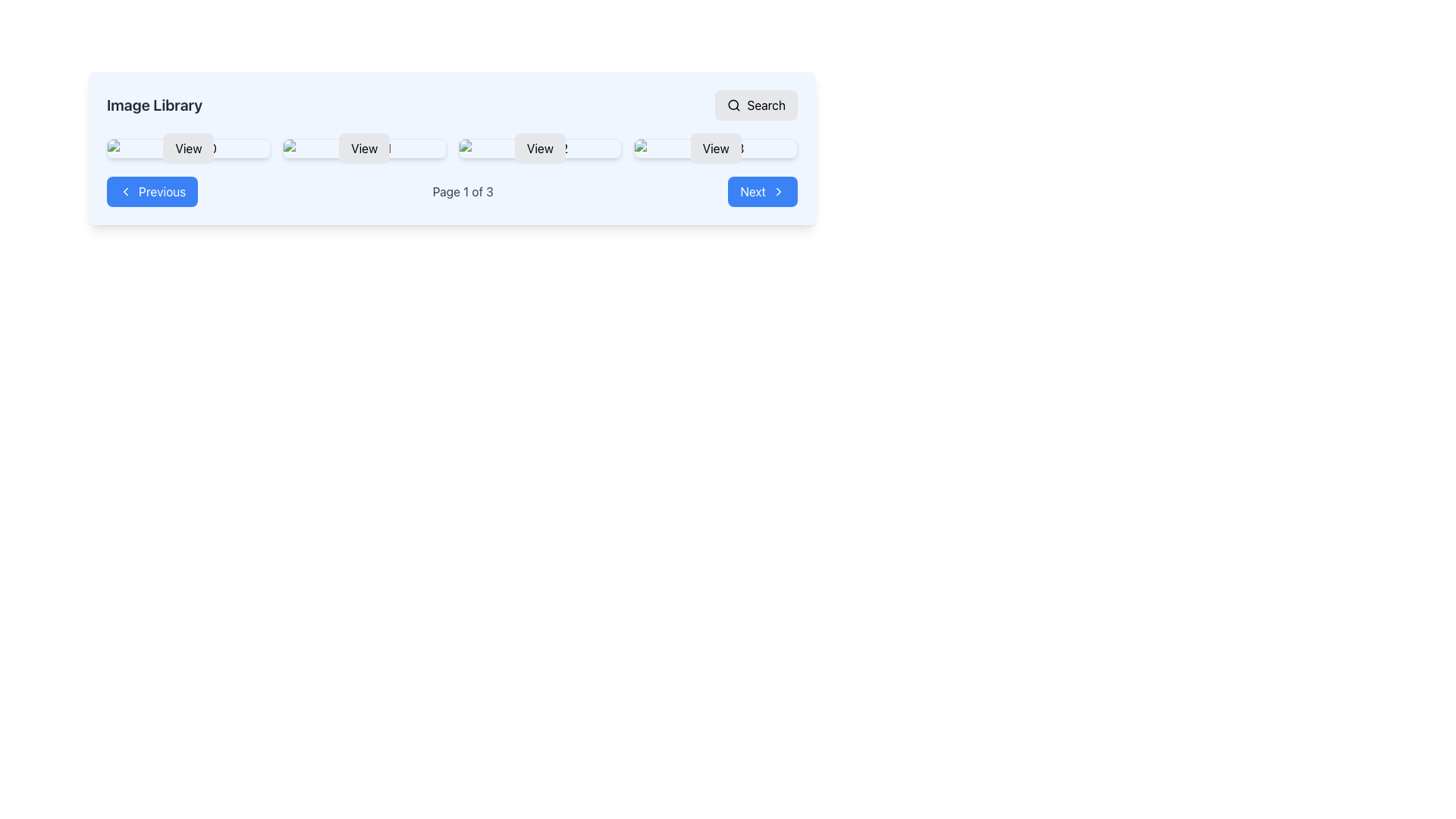 The width and height of the screenshot is (1456, 819). Describe the element at coordinates (451, 149) in the screenshot. I see `the 'View' button in the Image Library` at that location.